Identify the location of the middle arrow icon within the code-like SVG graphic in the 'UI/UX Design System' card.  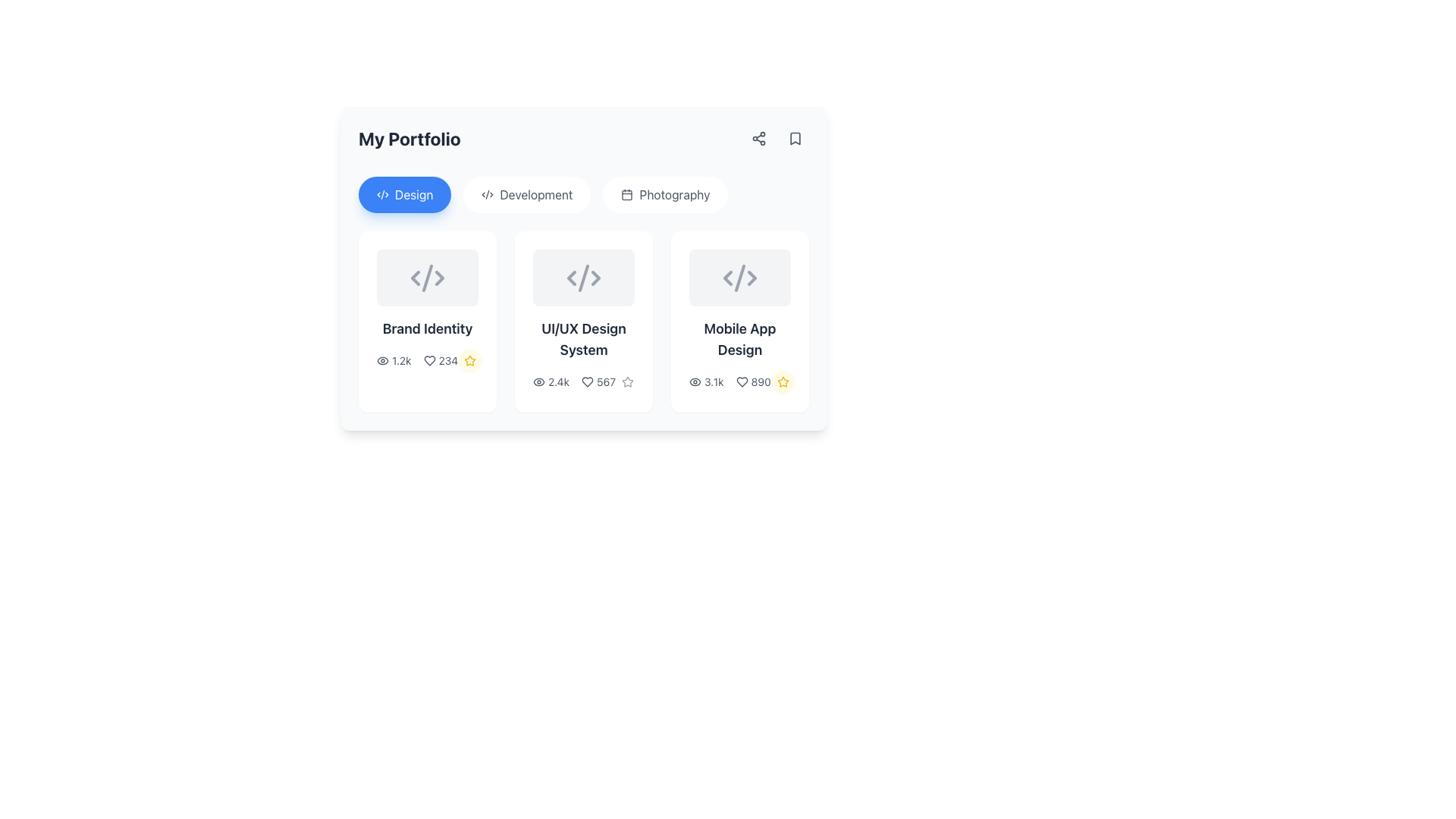
(582, 278).